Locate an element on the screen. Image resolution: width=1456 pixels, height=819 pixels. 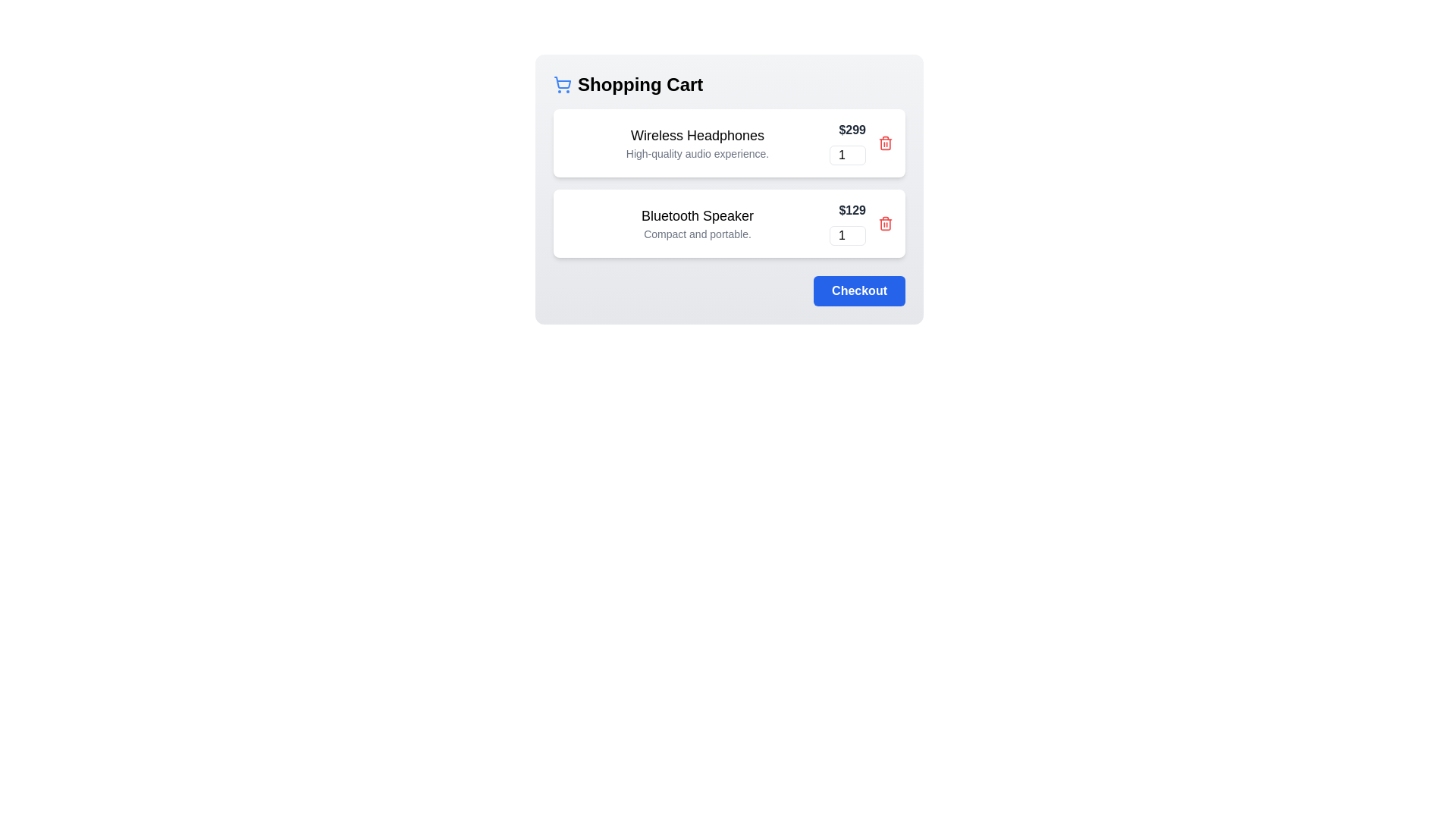
the quantity of the item to 36 by interacting with the input field is located at coordinates (847, 155).